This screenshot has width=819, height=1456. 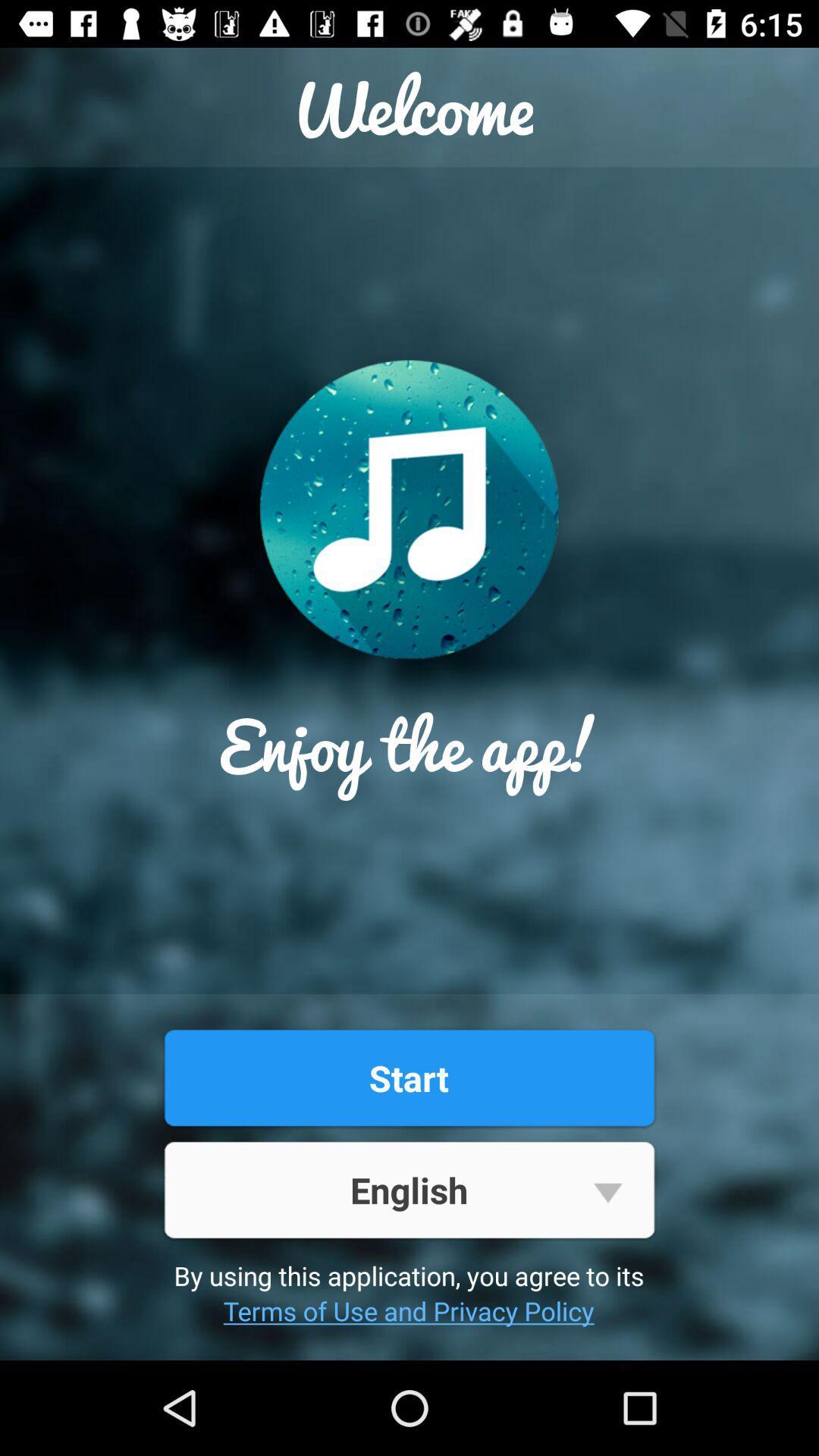 What do you see at coordinates (408, 1077) in the screenshot?
I see `the button above the english icon` at bounding box center [408, 1077].